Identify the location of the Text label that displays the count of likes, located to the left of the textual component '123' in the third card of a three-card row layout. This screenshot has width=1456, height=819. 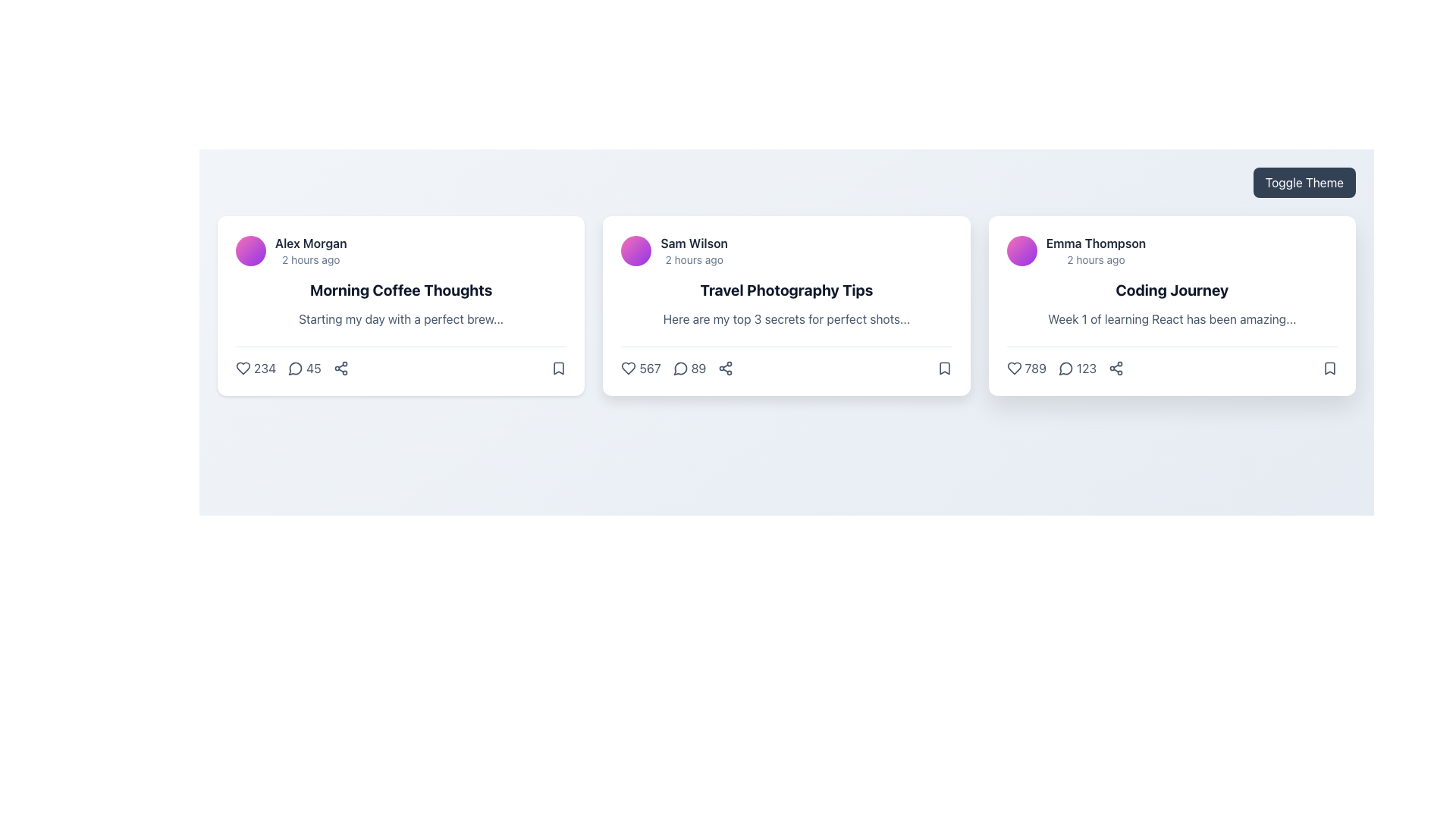
(1026, 369).